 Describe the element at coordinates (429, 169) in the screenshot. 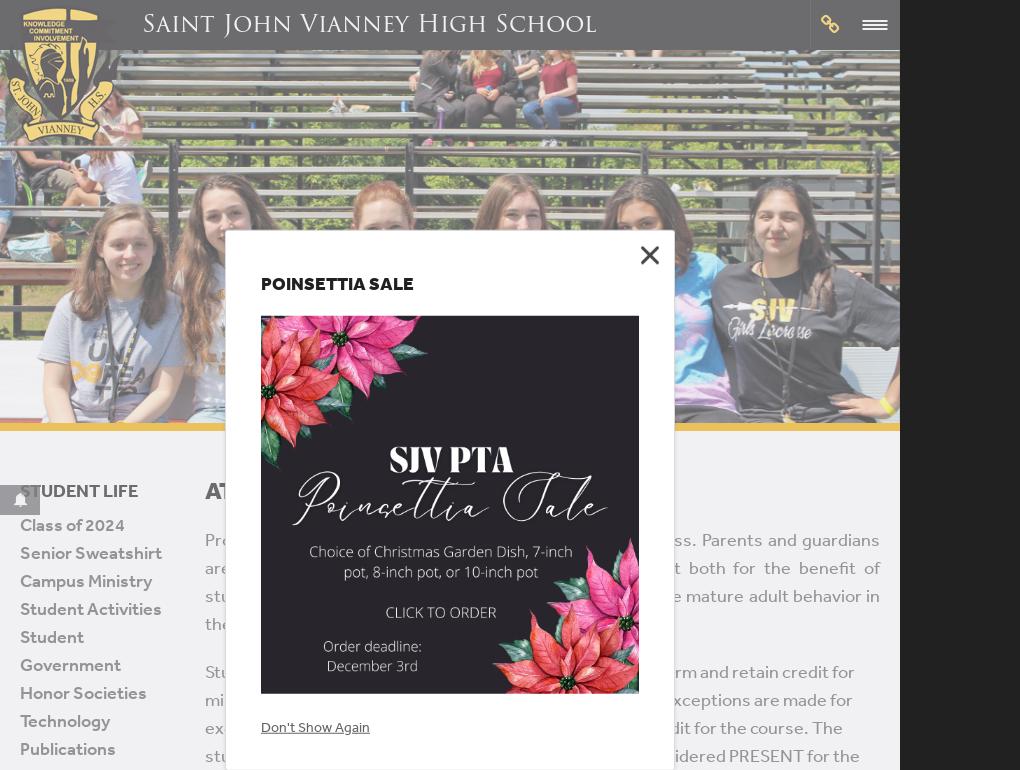

I see `'Academics'` at that location.